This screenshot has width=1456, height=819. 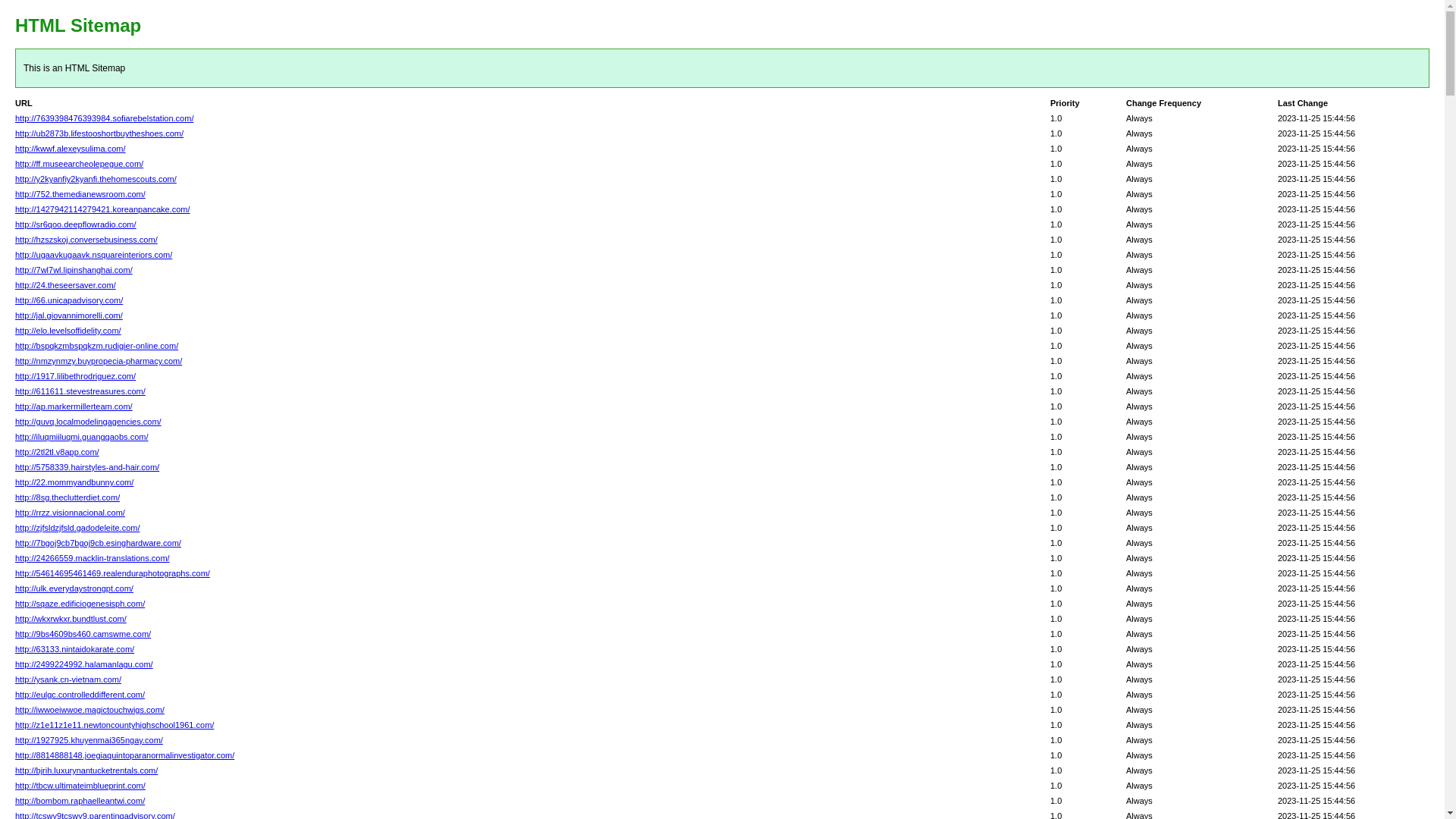 I want to click on 'http://2499224992.halamanlagu.com/', so click(x=83, y=663).